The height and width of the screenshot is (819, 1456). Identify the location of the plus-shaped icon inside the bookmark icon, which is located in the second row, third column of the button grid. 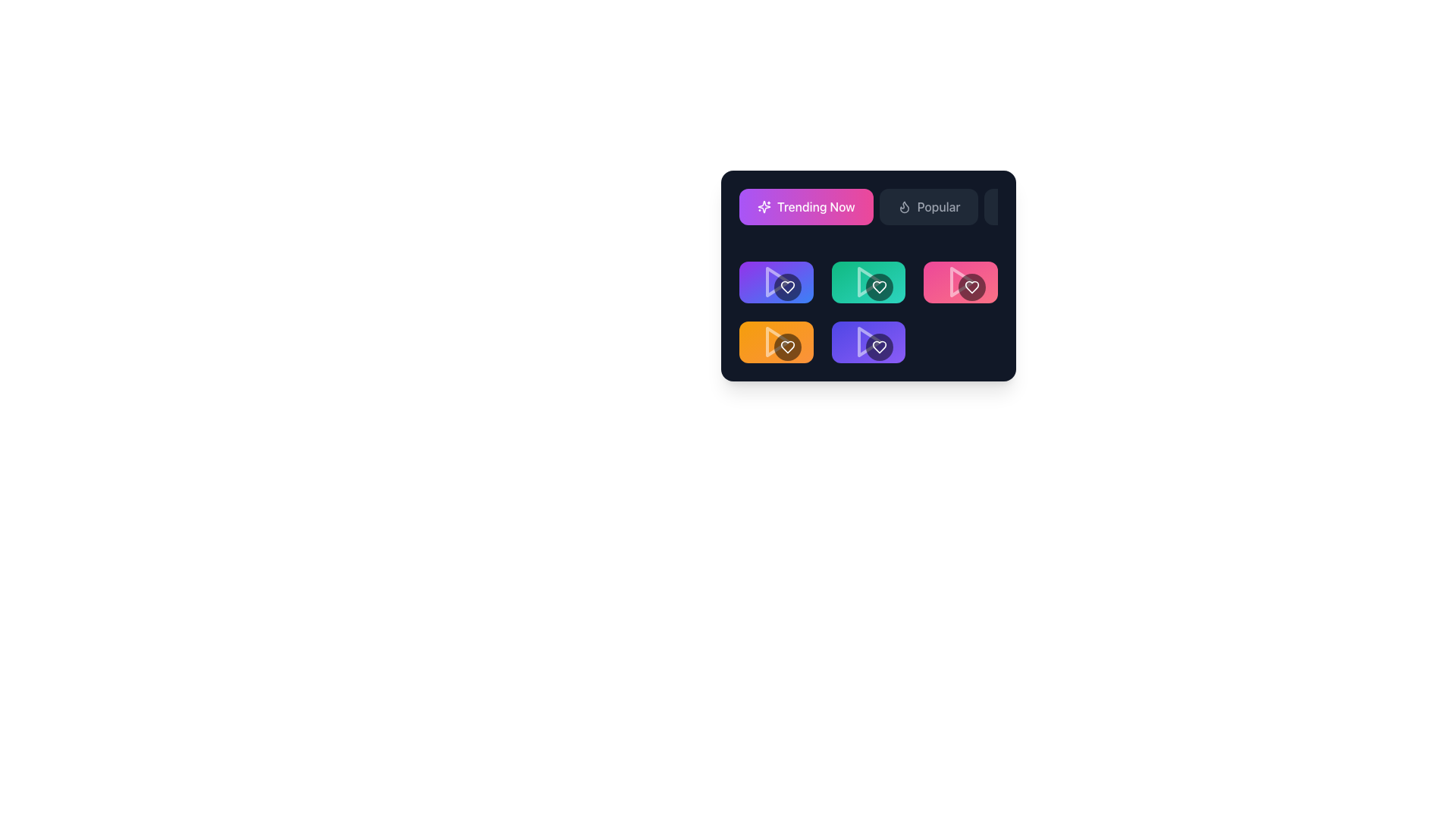
(911, 275).